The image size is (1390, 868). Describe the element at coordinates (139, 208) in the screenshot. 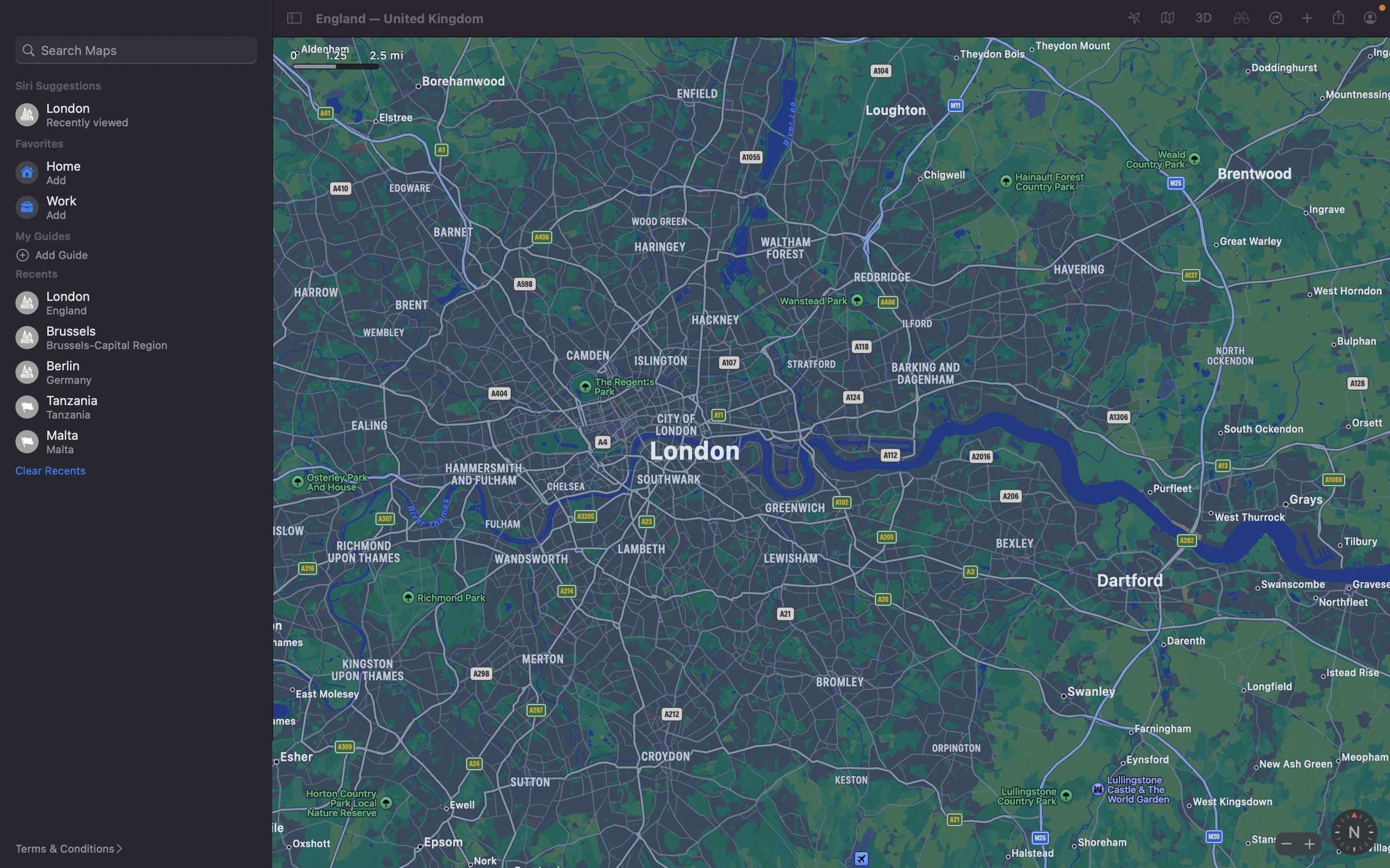

I see `Update the system with a fresh work location` at that location.